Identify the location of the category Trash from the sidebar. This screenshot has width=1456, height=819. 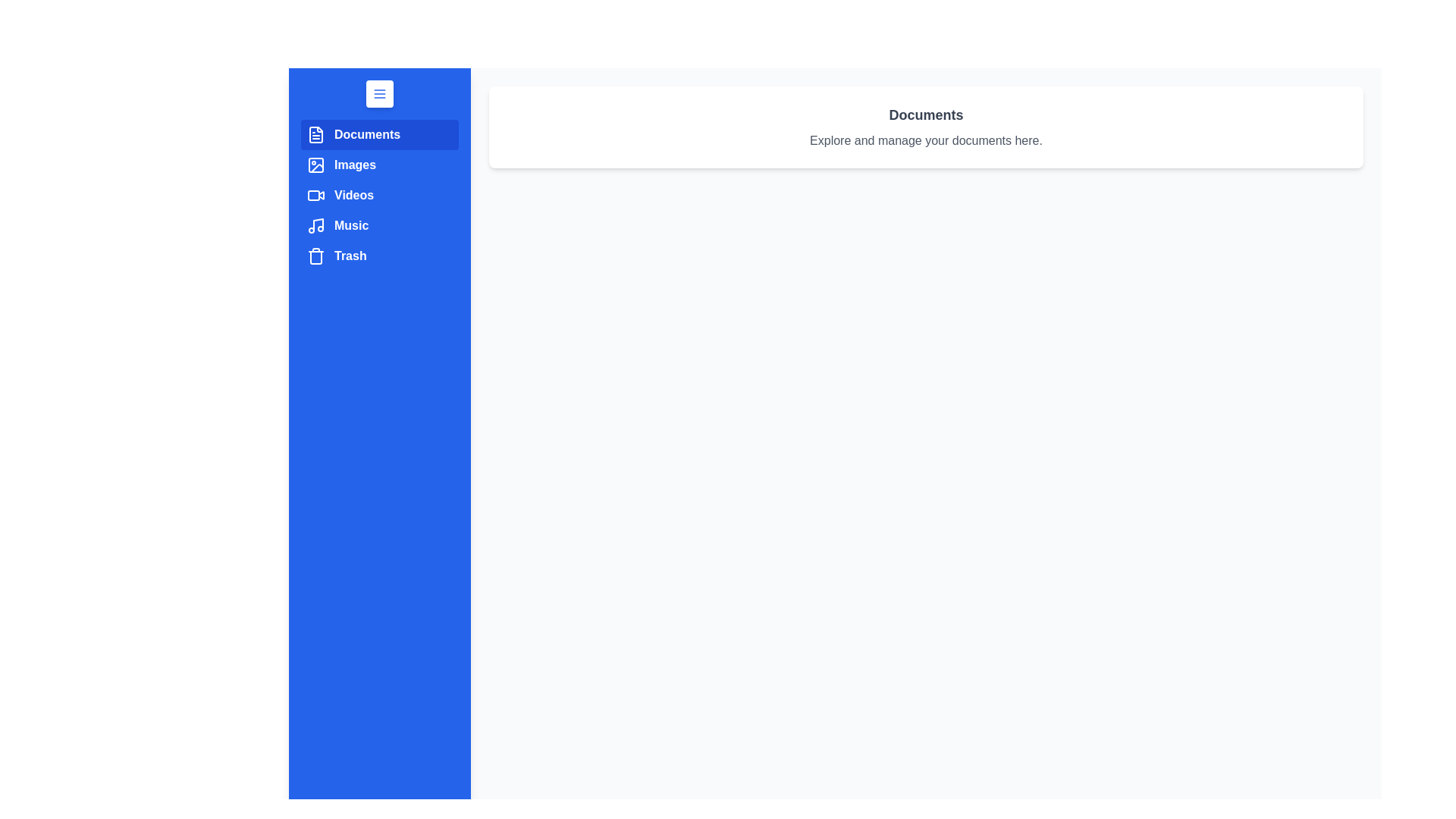
(379, 256).